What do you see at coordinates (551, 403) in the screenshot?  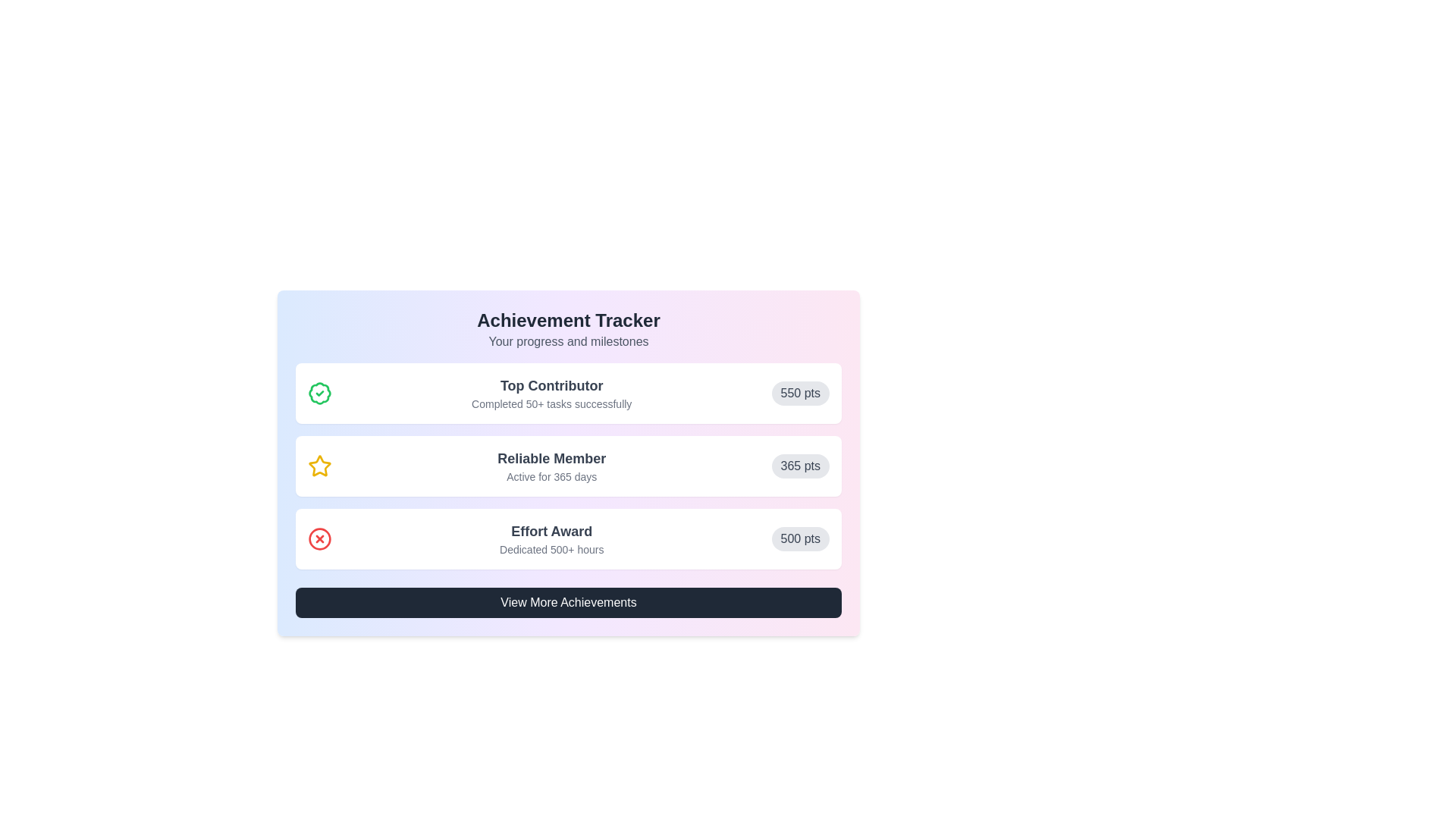 I see `the achievement description text for the 'Top Contributor' title located beneath the 'Top Contributor' title within its card section` at bounding box center [551, 403].